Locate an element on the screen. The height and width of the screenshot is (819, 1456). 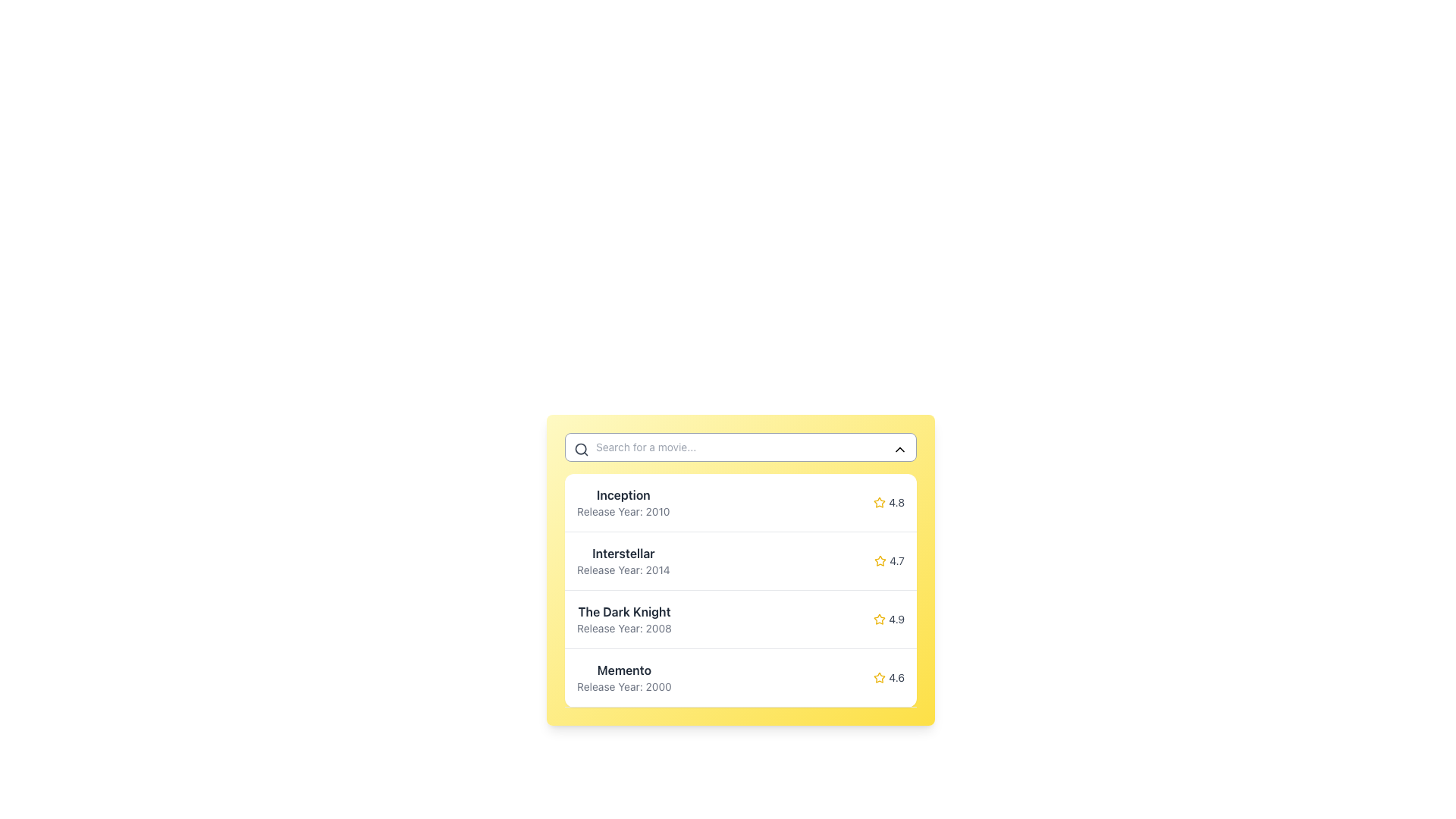
the text label displaying the rating information for the movie 'The Dark Knight', which is located to the right of the star icon in the third list entry of the dropdown is located at coordinates (896, 620).